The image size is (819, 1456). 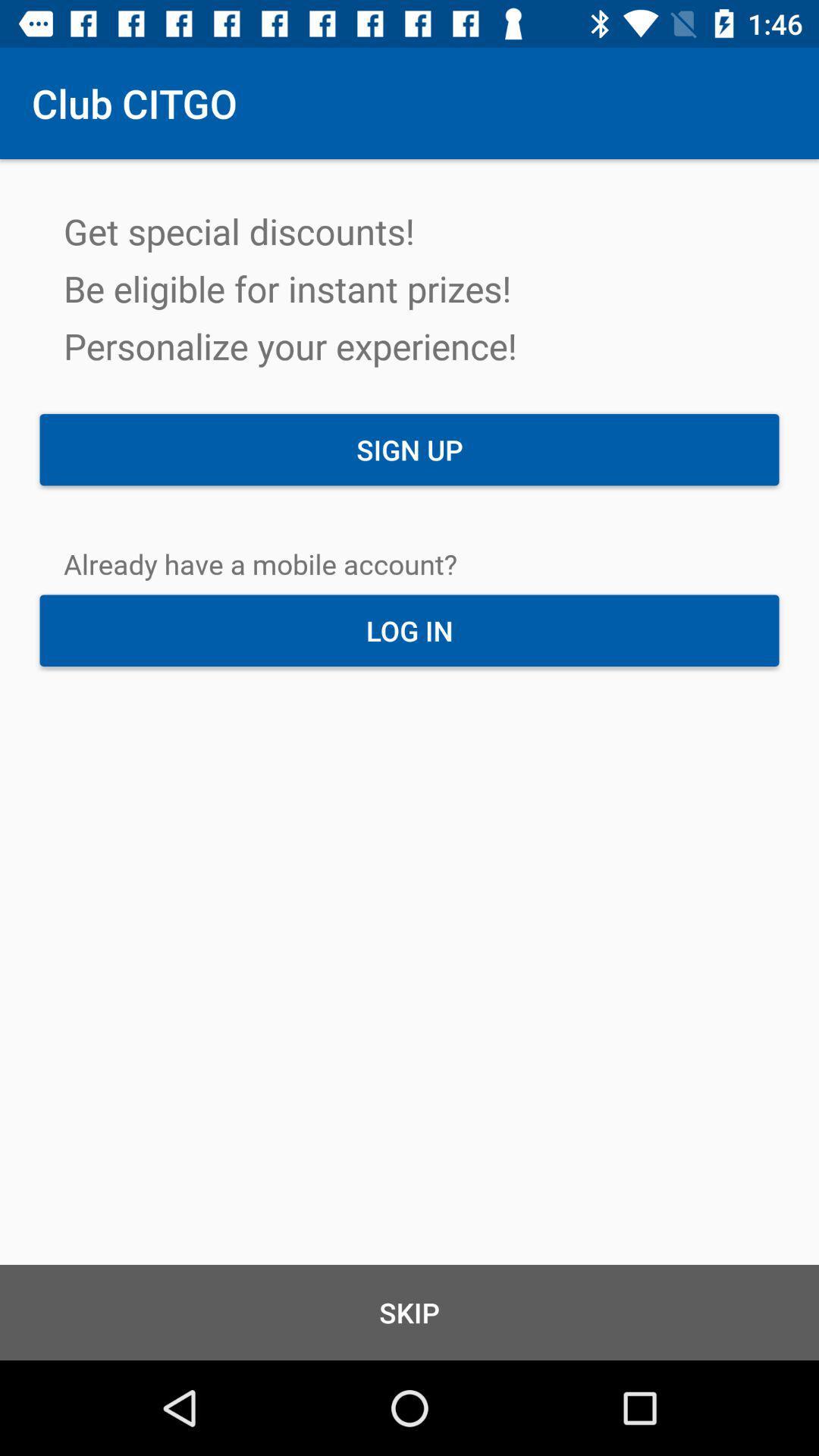 I want to click on the item above skip item, so click(x=409, y=630).